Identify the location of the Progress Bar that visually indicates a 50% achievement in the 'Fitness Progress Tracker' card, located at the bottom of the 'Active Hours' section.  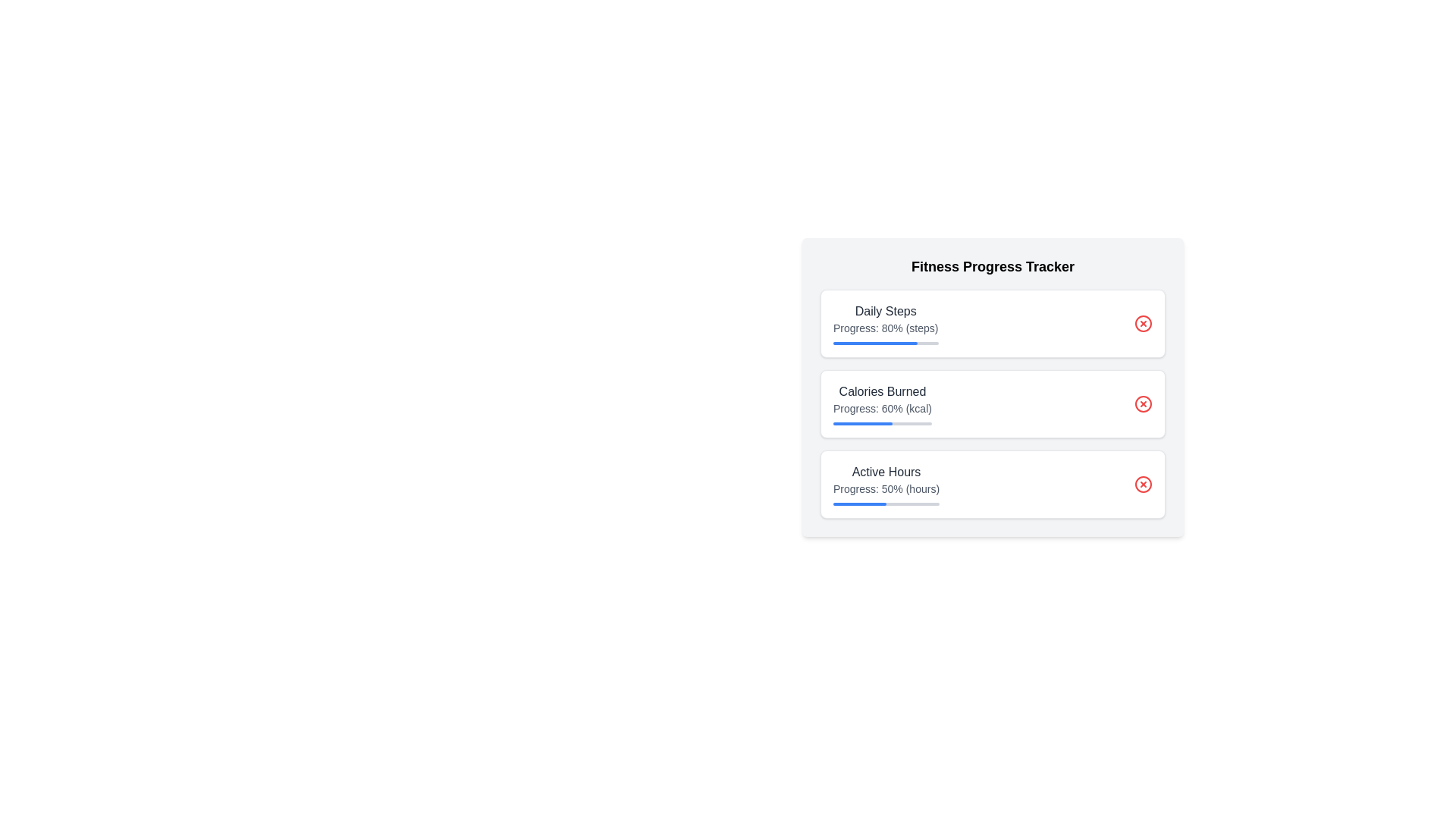
(859, 504).